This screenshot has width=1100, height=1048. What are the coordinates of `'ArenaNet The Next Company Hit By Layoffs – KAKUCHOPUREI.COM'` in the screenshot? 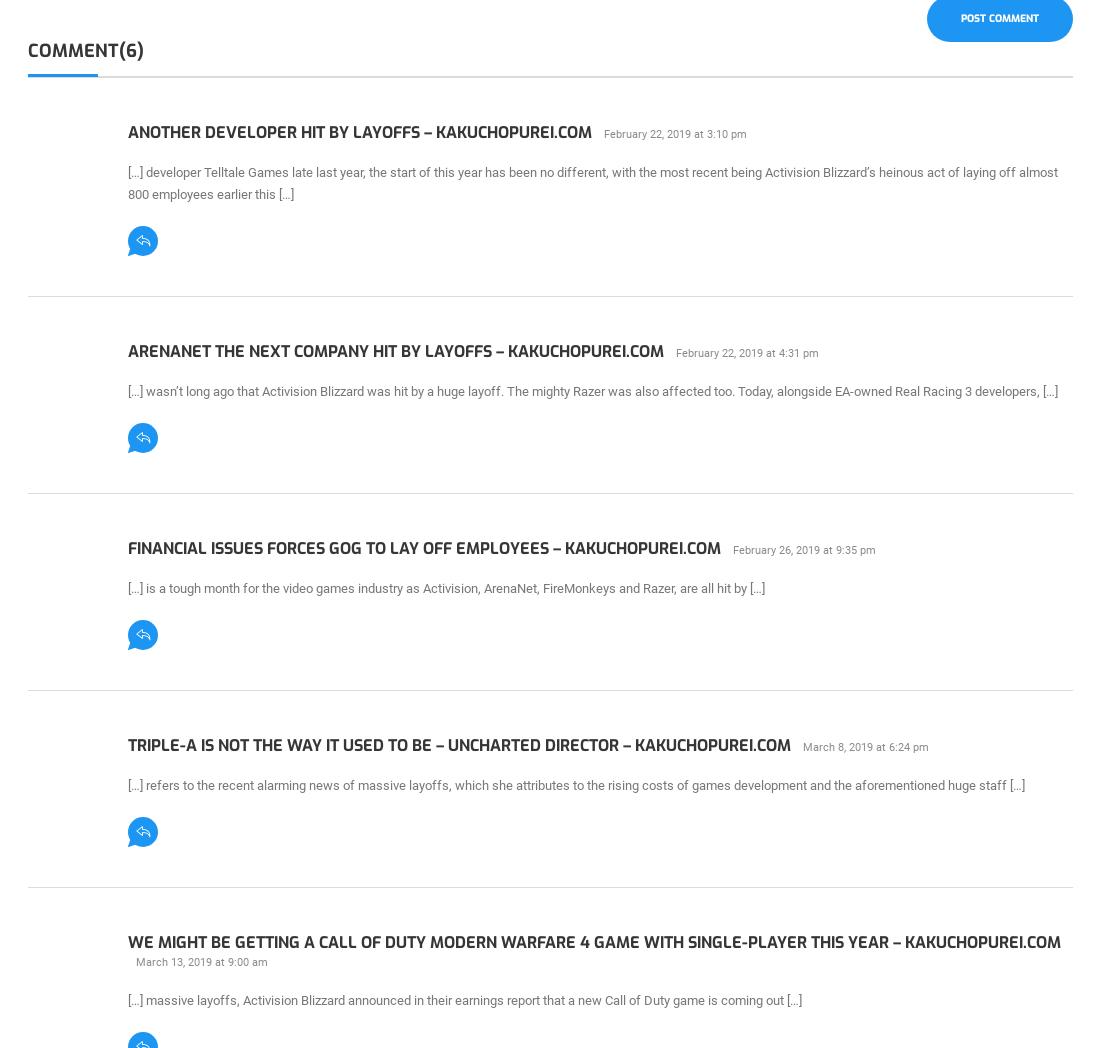 It's located at (127, 349).